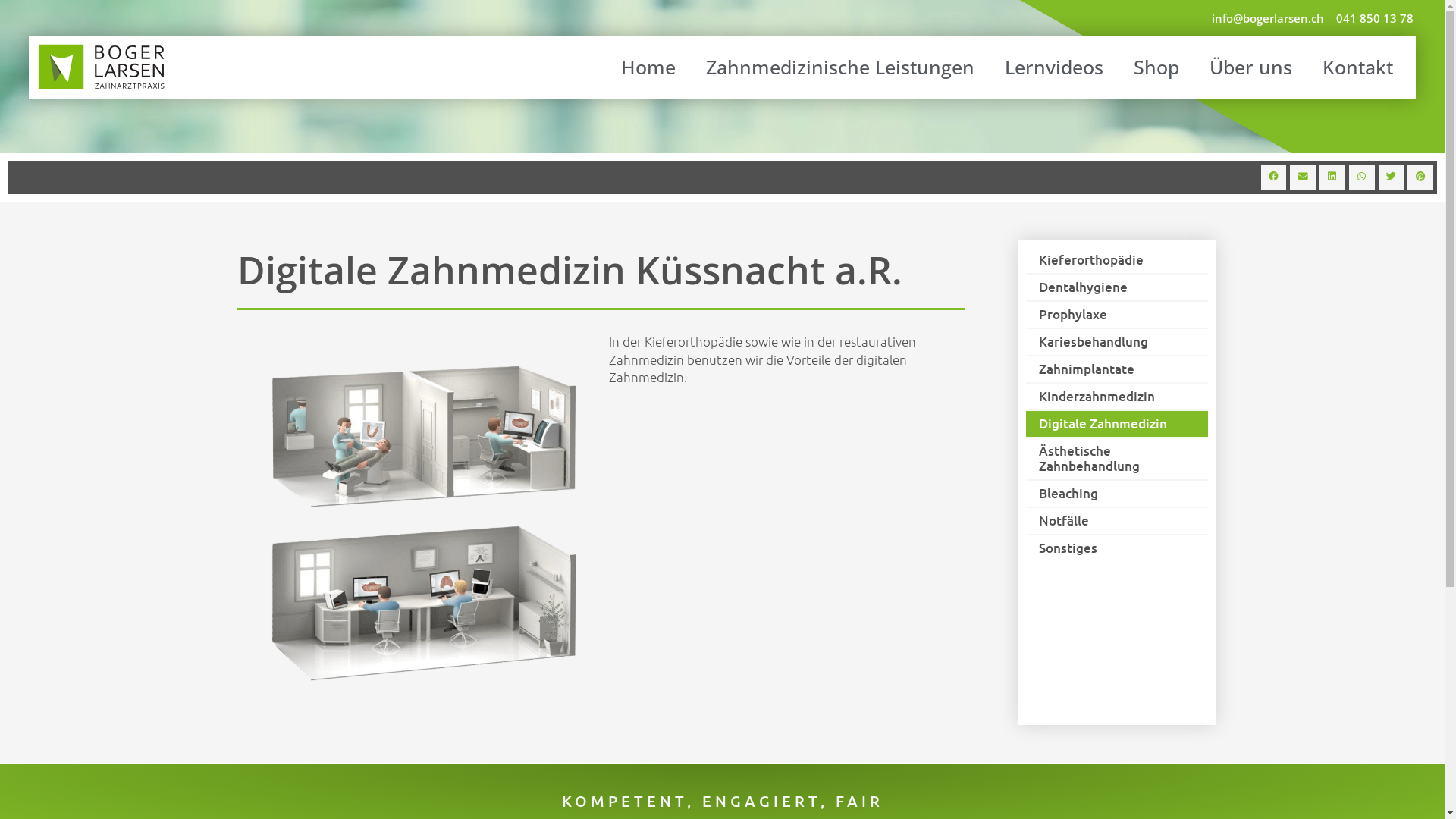  Describe the element at coordinates (1053, 66) in the screenshot. I see `'Lernvideos'` at that location.